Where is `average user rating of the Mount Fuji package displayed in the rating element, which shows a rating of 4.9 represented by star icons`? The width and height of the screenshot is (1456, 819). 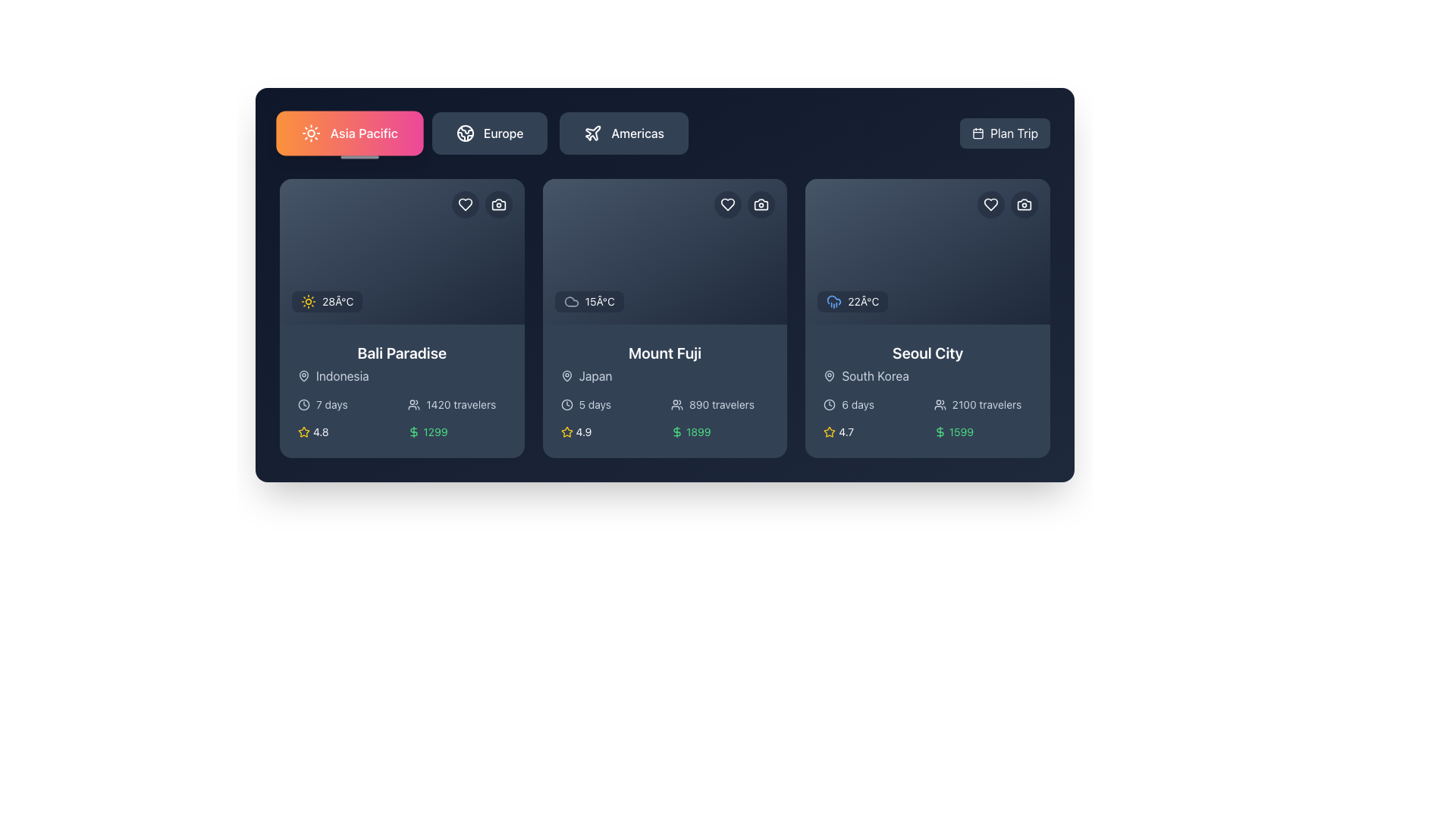 average user rating of the Mount Fuji package displayed in the rating element, which shows a rating of 4.9 represented by star icons is located at coordinates (610, 432).